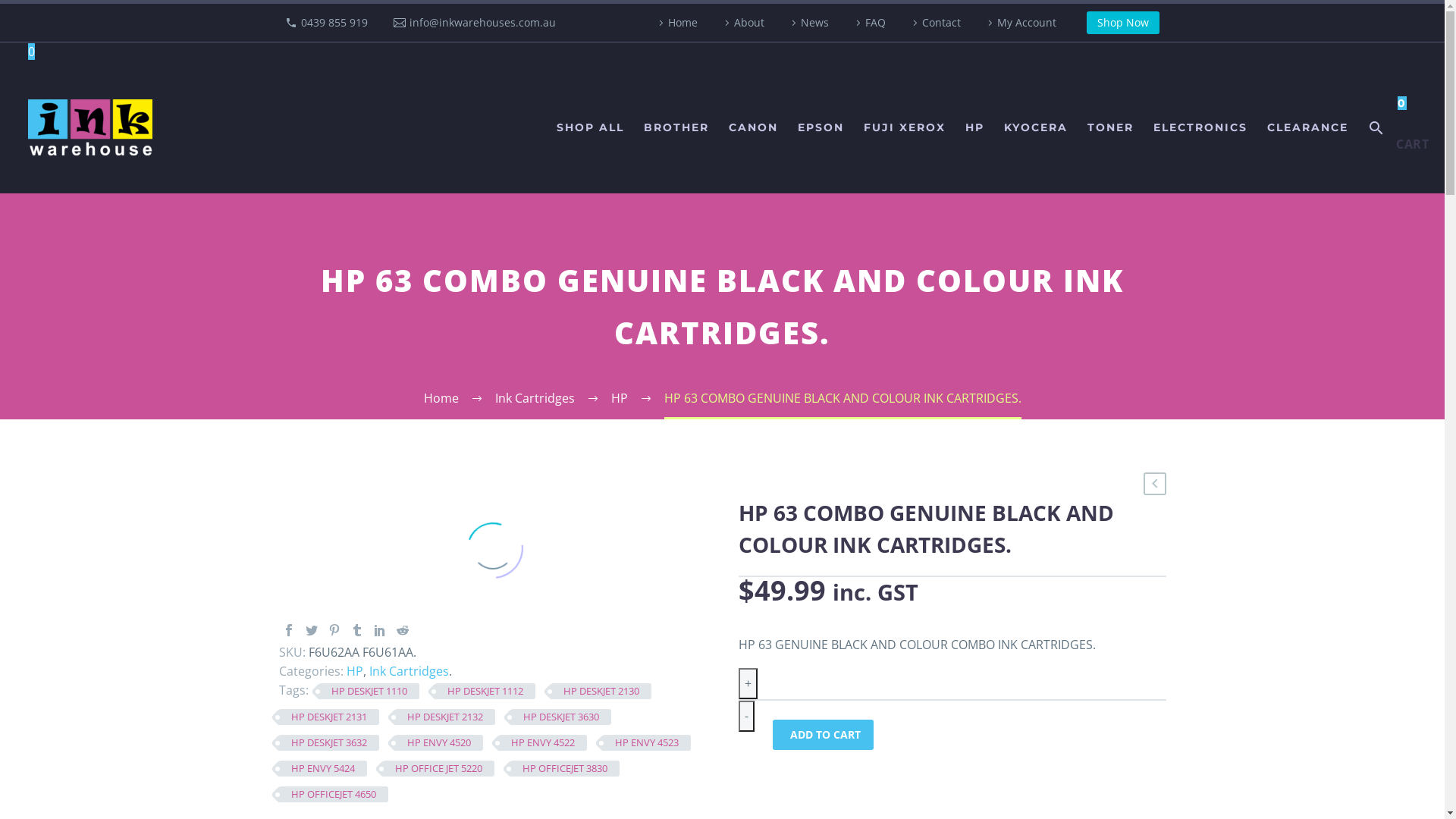 This screenshot has width=1456, height=819. What do you see at coordinates (287, 629) in the screenshot?
I see `'Facebook'` at bounding box center [287, 629].